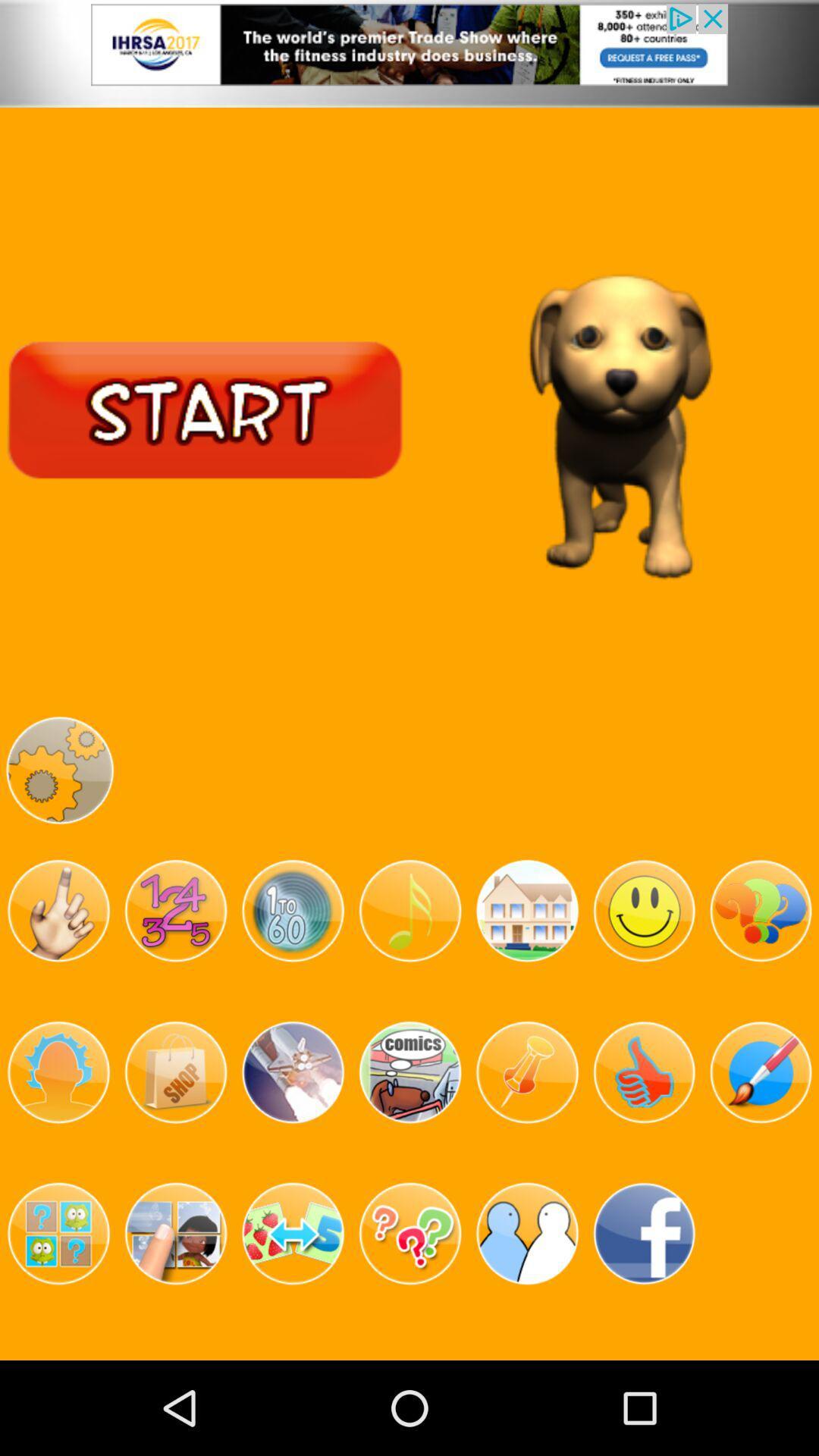  I want to click on the settings icon, so click(58, 824).